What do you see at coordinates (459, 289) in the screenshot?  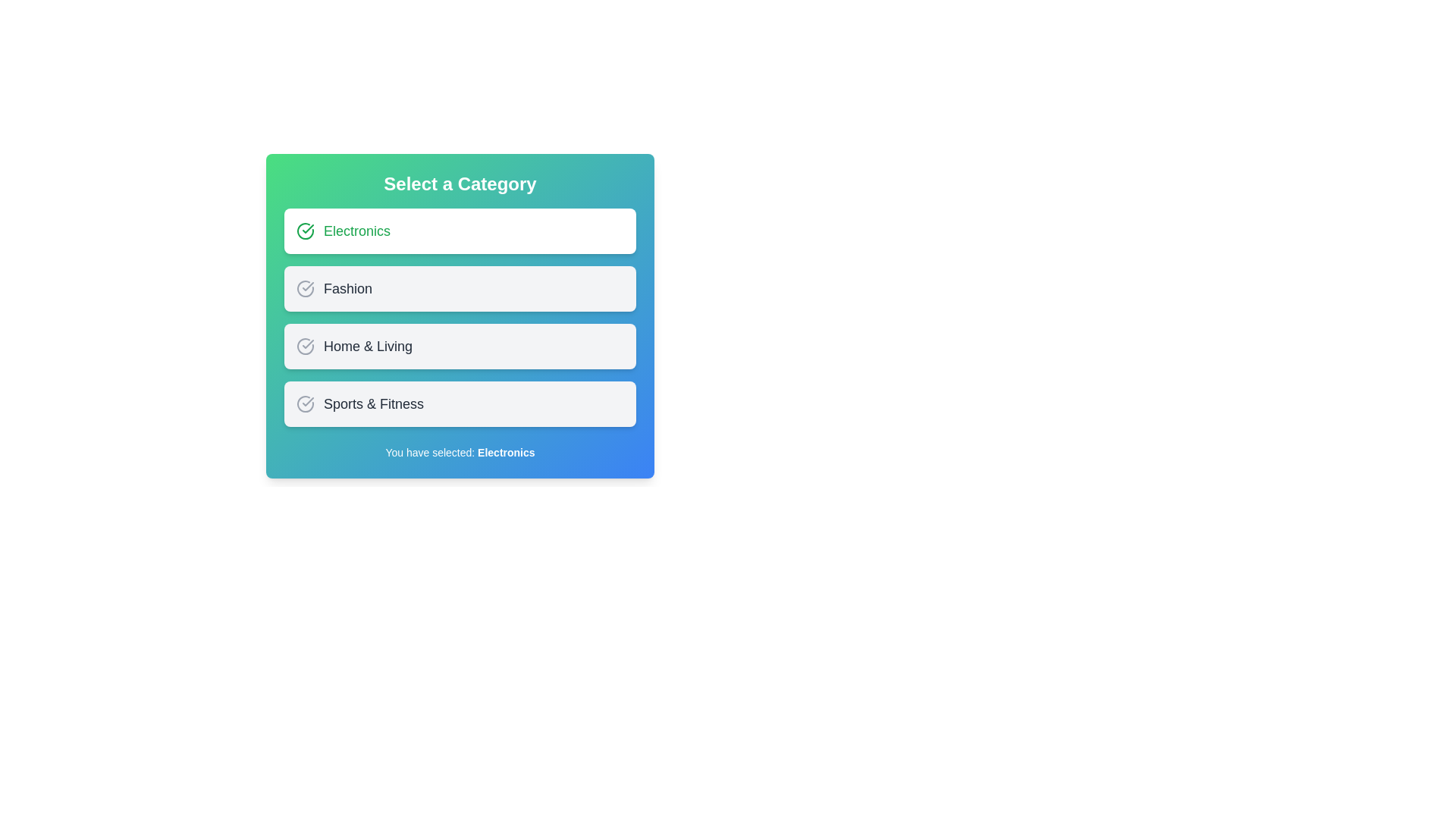 I see `the 'Fashion' category selection button, which is the second item in the vertical list of categories positioned below 'Electronics' and above 'Home & Living' and 'Sports & Fitness'` at bounding box center [459, 289].